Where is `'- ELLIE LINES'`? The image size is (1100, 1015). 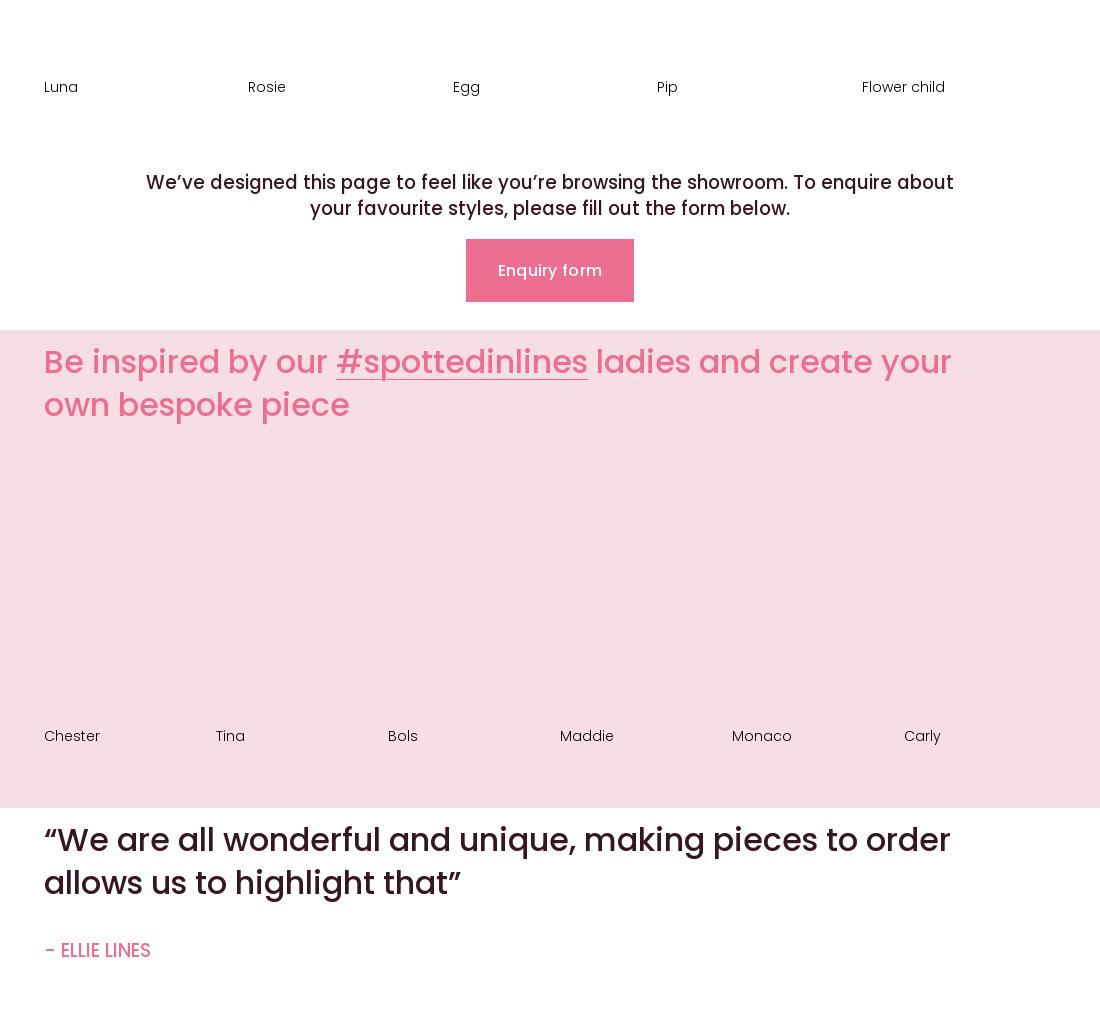
'- ELLIE LINES' is located at coordinates (97, 950).